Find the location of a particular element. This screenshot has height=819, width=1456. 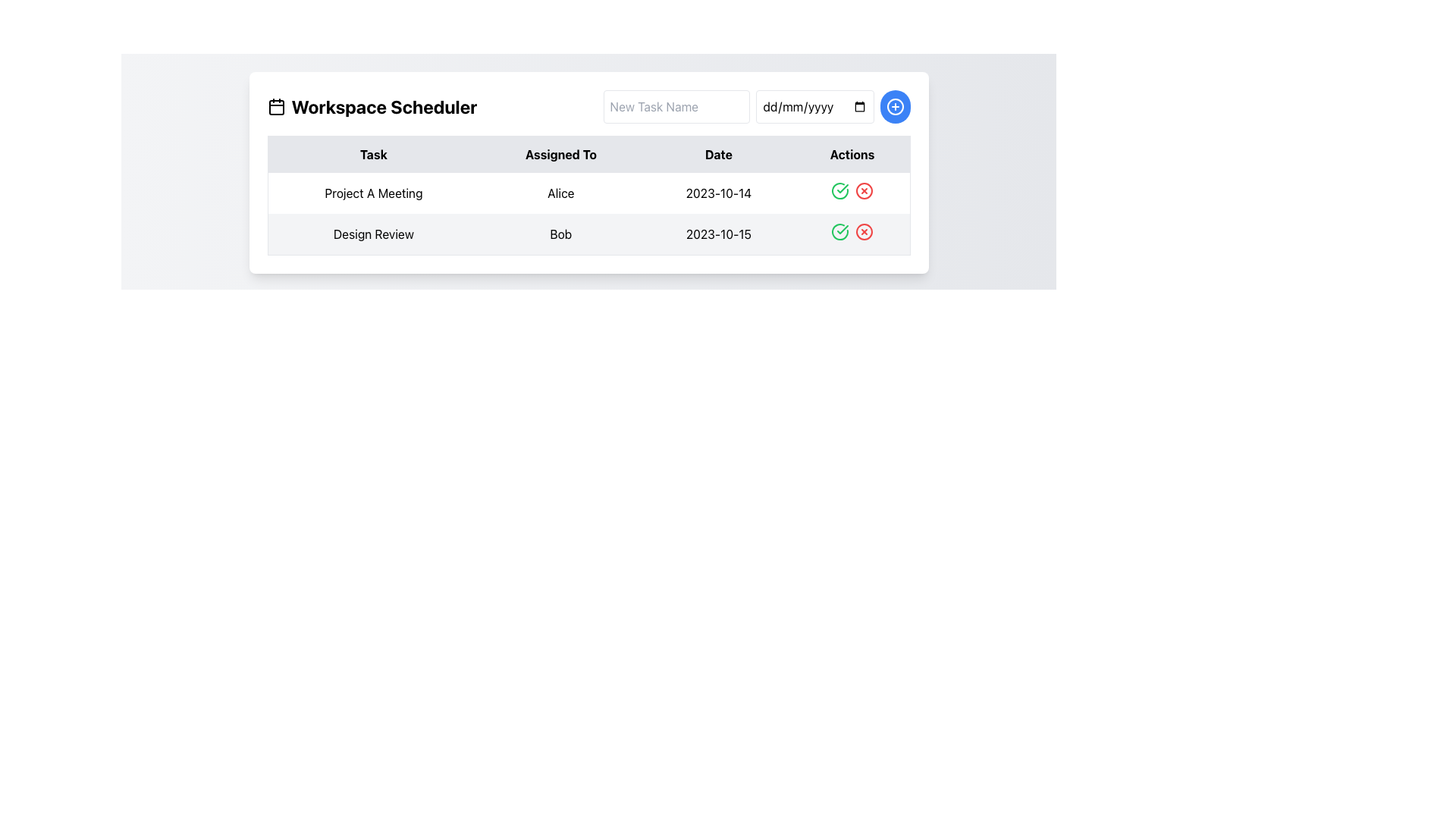

the second row in the table that provides information about the 'Design Review' task is located at coordinates (588, 234).